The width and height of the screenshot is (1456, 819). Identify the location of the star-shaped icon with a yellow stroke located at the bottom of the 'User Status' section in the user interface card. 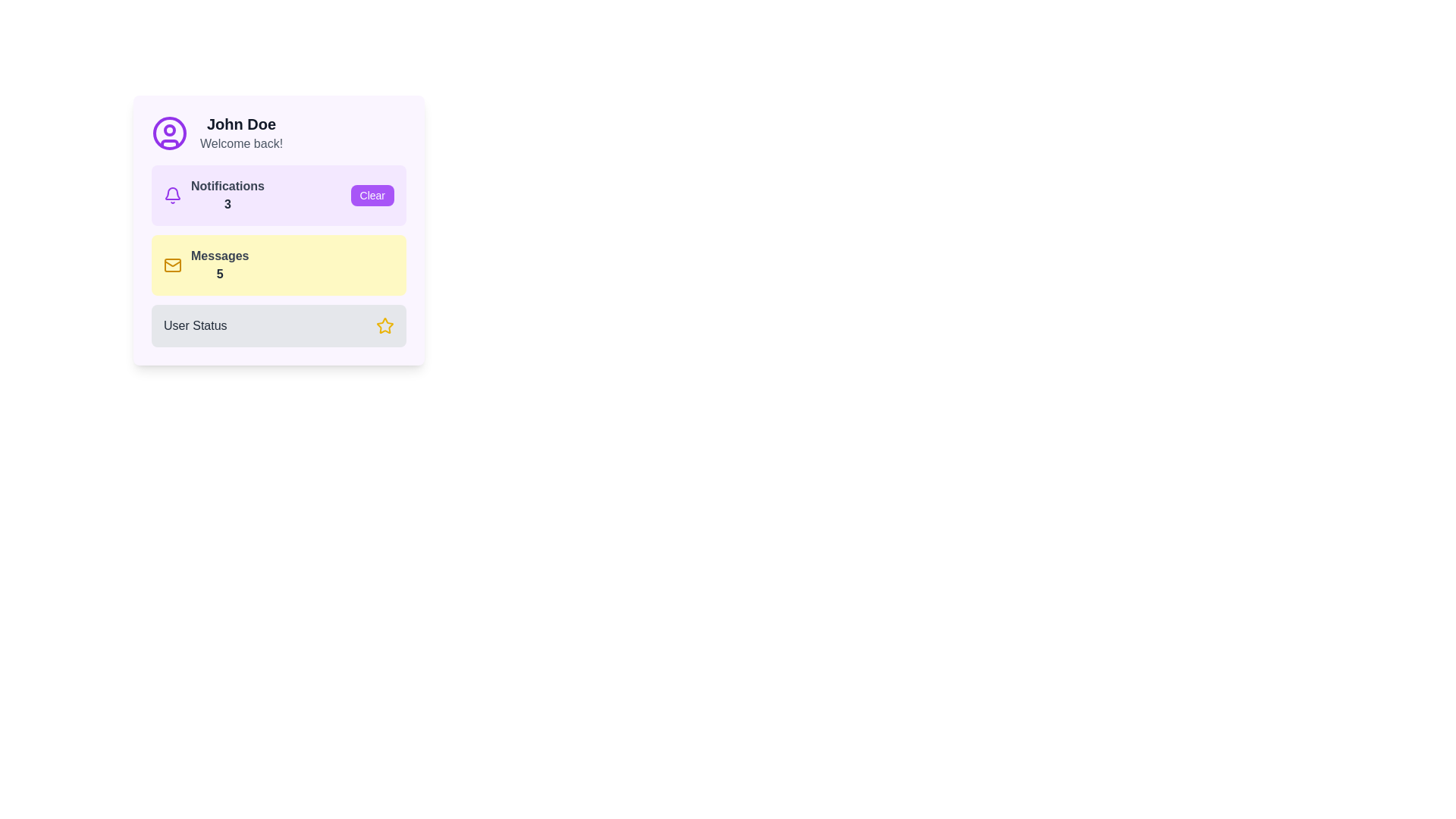
(385, 325).